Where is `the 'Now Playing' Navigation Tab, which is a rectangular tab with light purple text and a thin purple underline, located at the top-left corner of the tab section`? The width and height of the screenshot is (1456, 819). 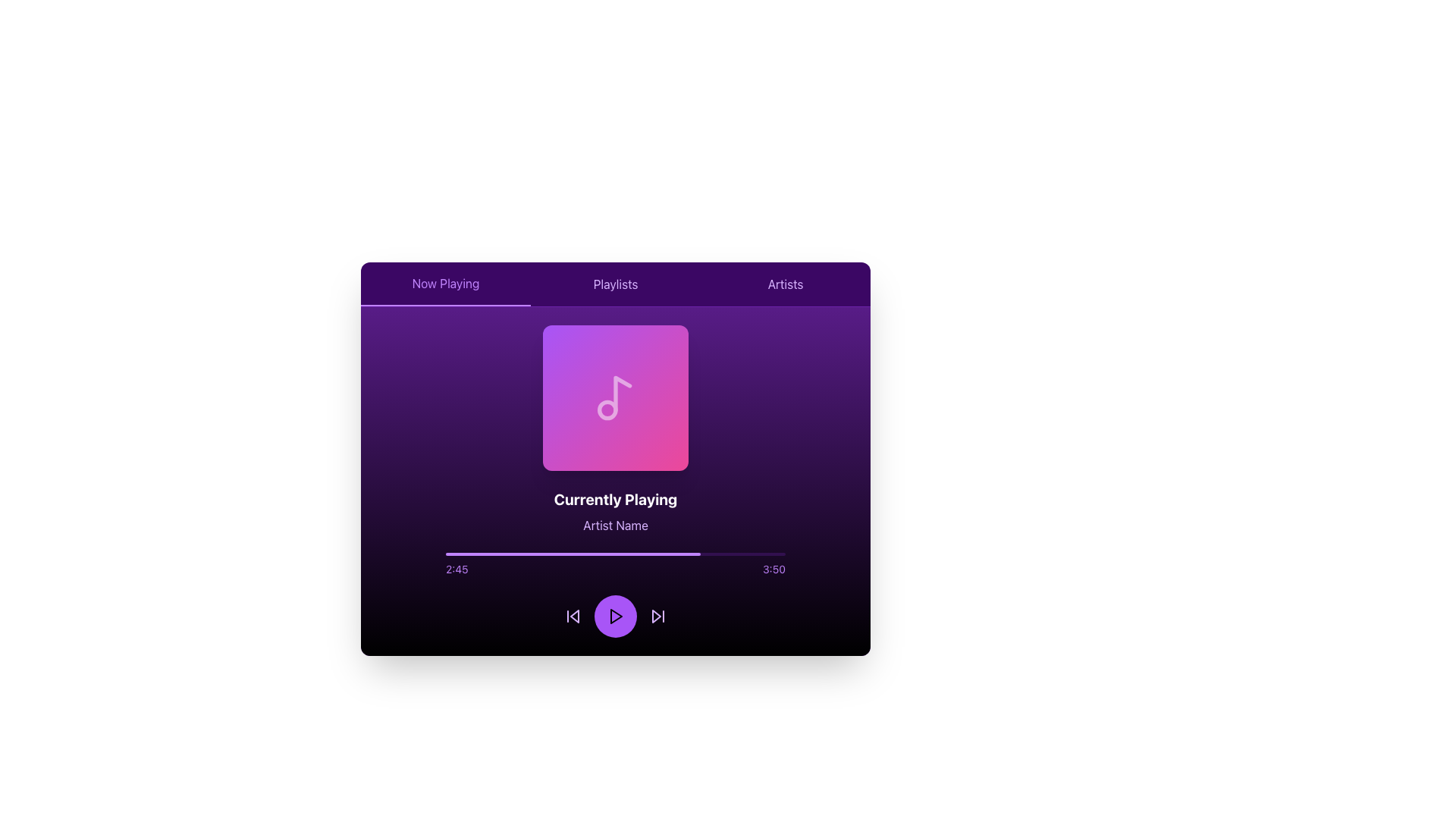
the 'Now Playing' Navigation Tab, which is a rectangular tab with light purple text and a thin purple underline, located at the top-left corner of the tab section is located at coordinates (445, 284).